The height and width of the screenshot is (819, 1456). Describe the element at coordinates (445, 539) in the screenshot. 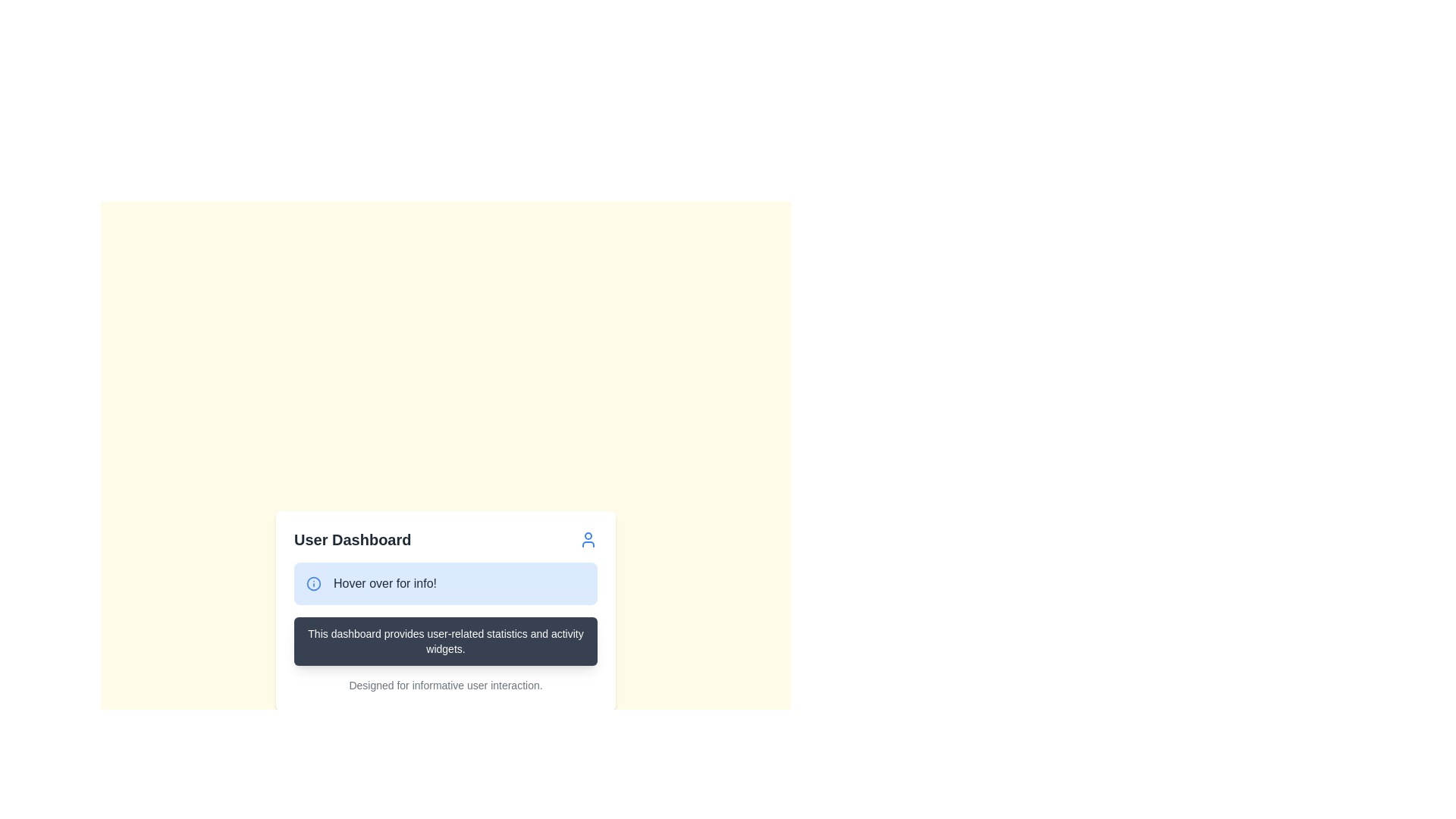

I see `the user icon accompanying the 'User Dashboard' title in the header component` at that location.